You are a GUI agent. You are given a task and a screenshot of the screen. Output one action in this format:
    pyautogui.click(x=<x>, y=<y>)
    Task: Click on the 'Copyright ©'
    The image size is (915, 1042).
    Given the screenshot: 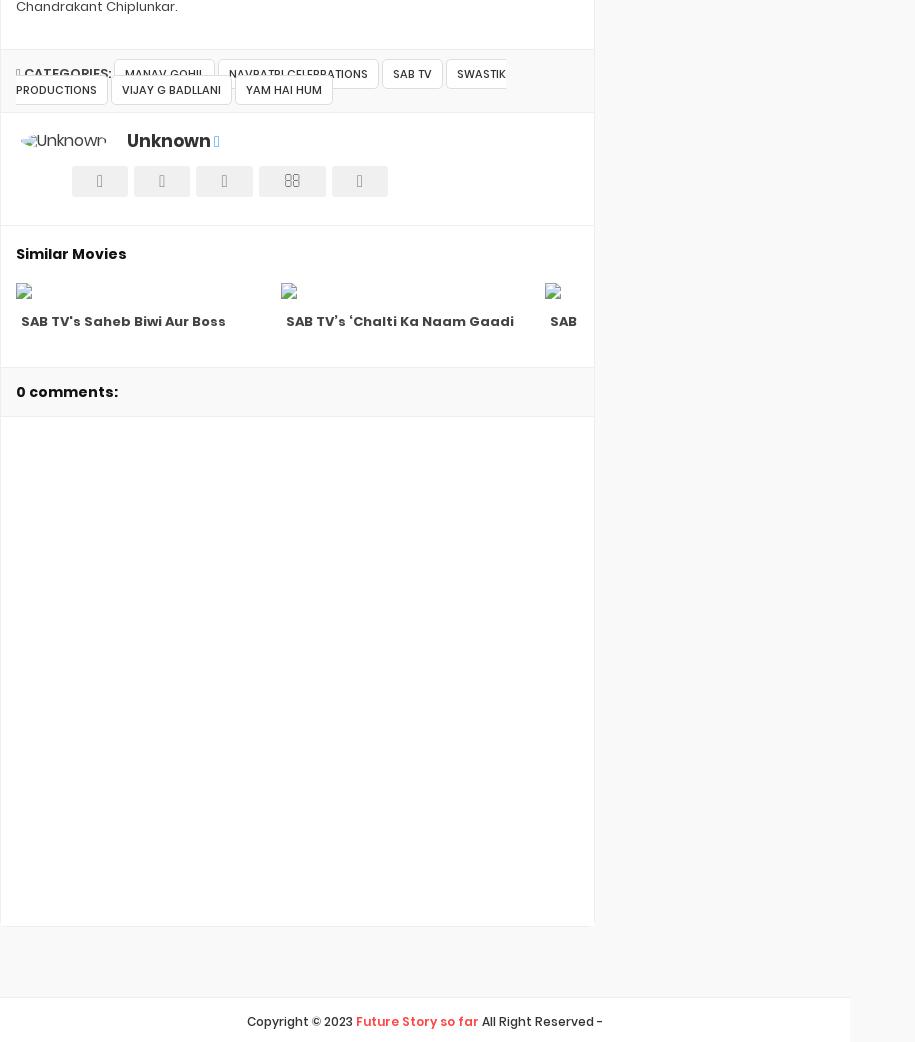 What is the action you would take?
    pyautogui.click(x=284, y=1021)
    